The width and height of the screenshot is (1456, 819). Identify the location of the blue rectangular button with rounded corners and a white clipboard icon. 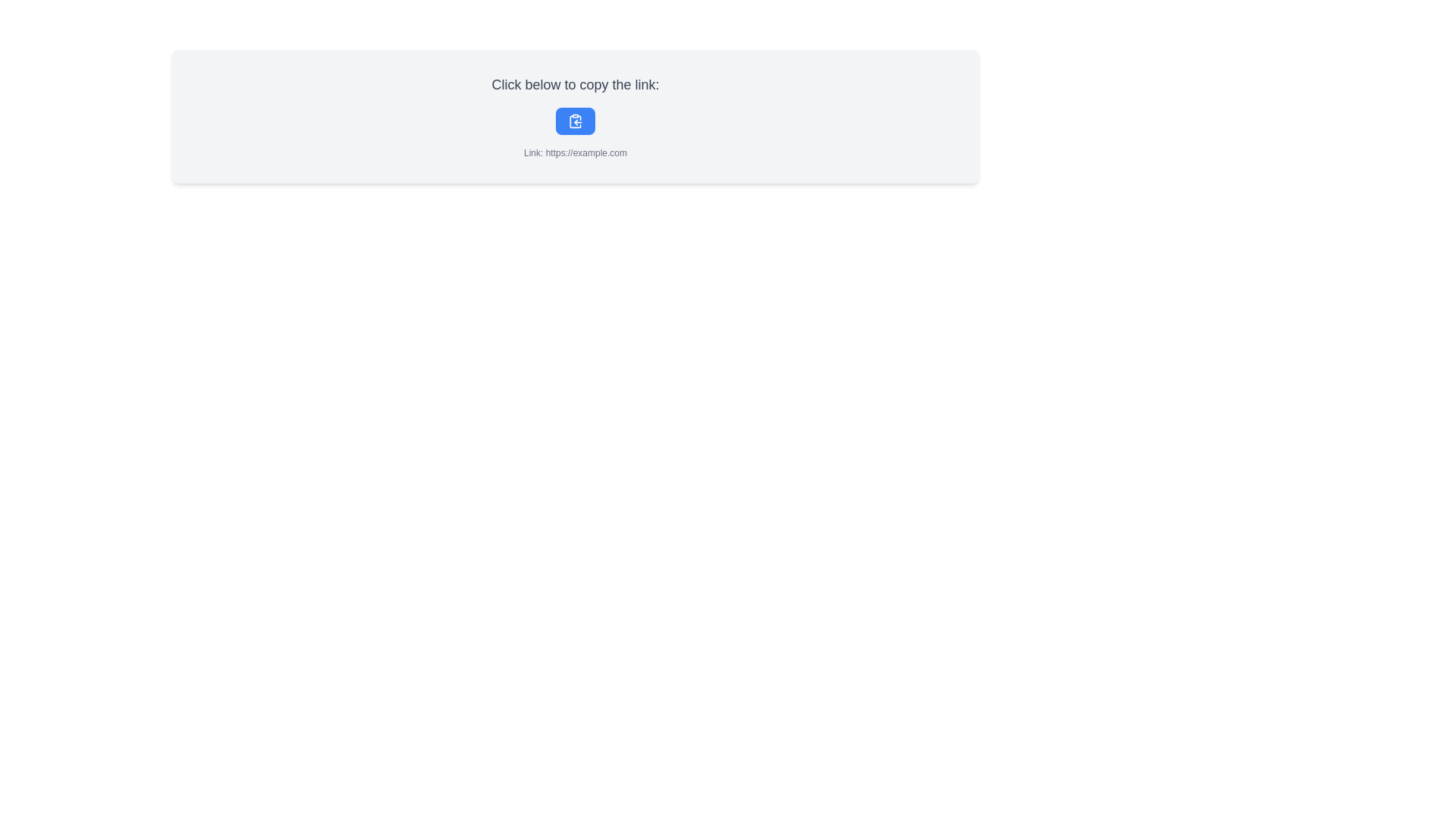
(574, 120).